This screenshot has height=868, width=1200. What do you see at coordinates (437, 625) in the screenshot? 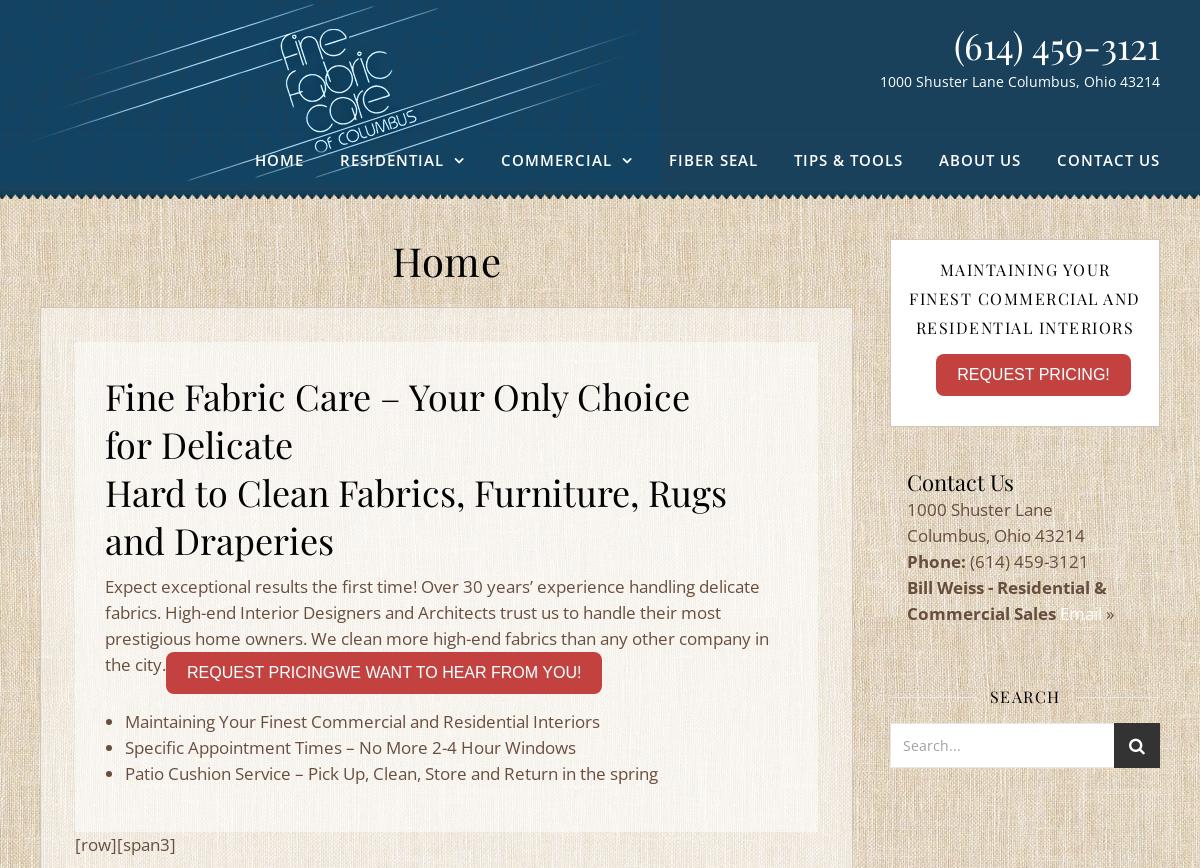
I see `'Expect exceptional results the first time! Over 30 years’ experience handling delicate fabrics. High-end Interior Designers and Architects trust us to handle their most prestigious home owners. We clean more high-end fabrics than any other company in the city.'` at bounding box center [437, 625].